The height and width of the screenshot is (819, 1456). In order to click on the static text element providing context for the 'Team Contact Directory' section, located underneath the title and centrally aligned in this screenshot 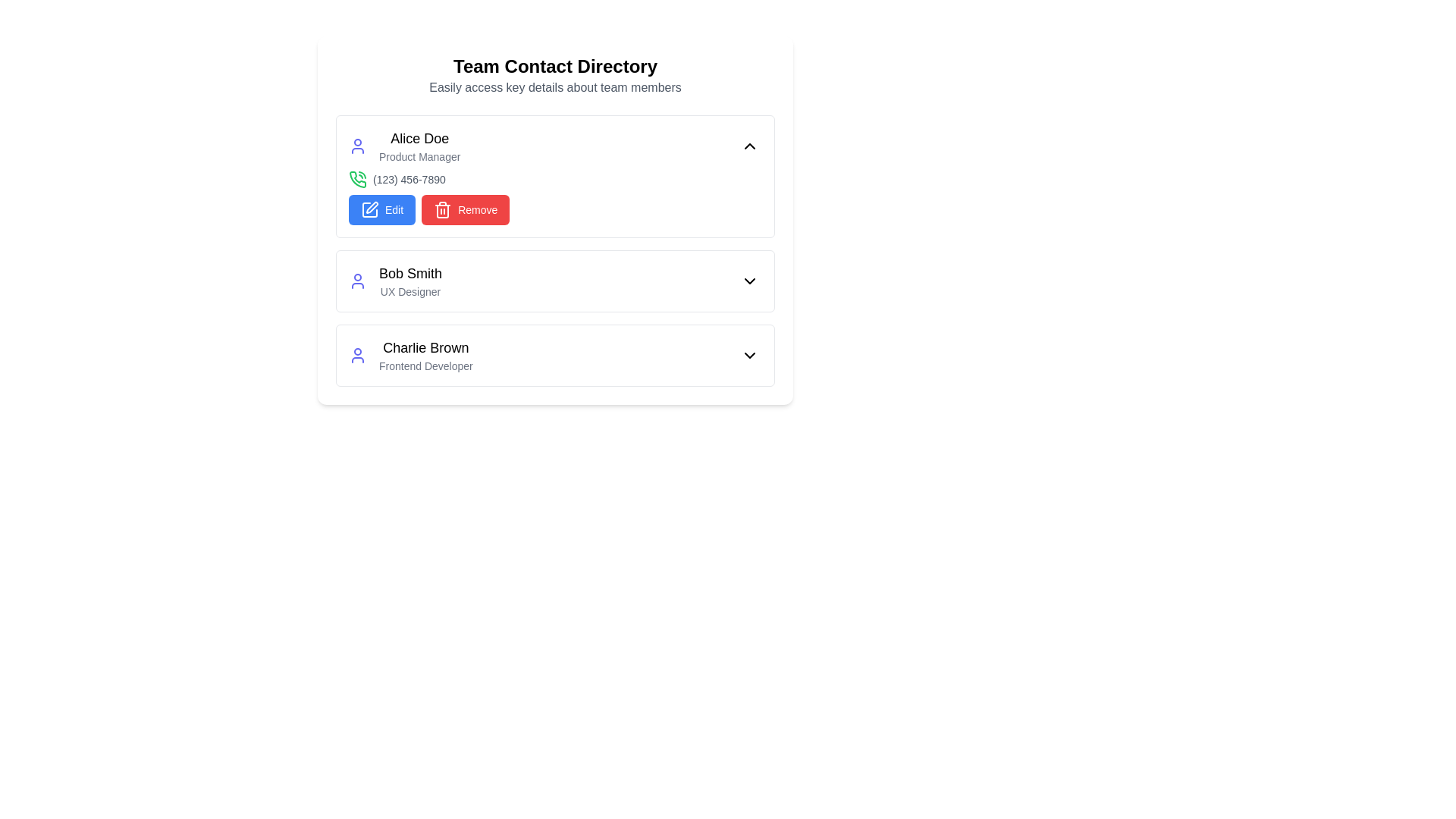, I will do `click(554, 87)`.